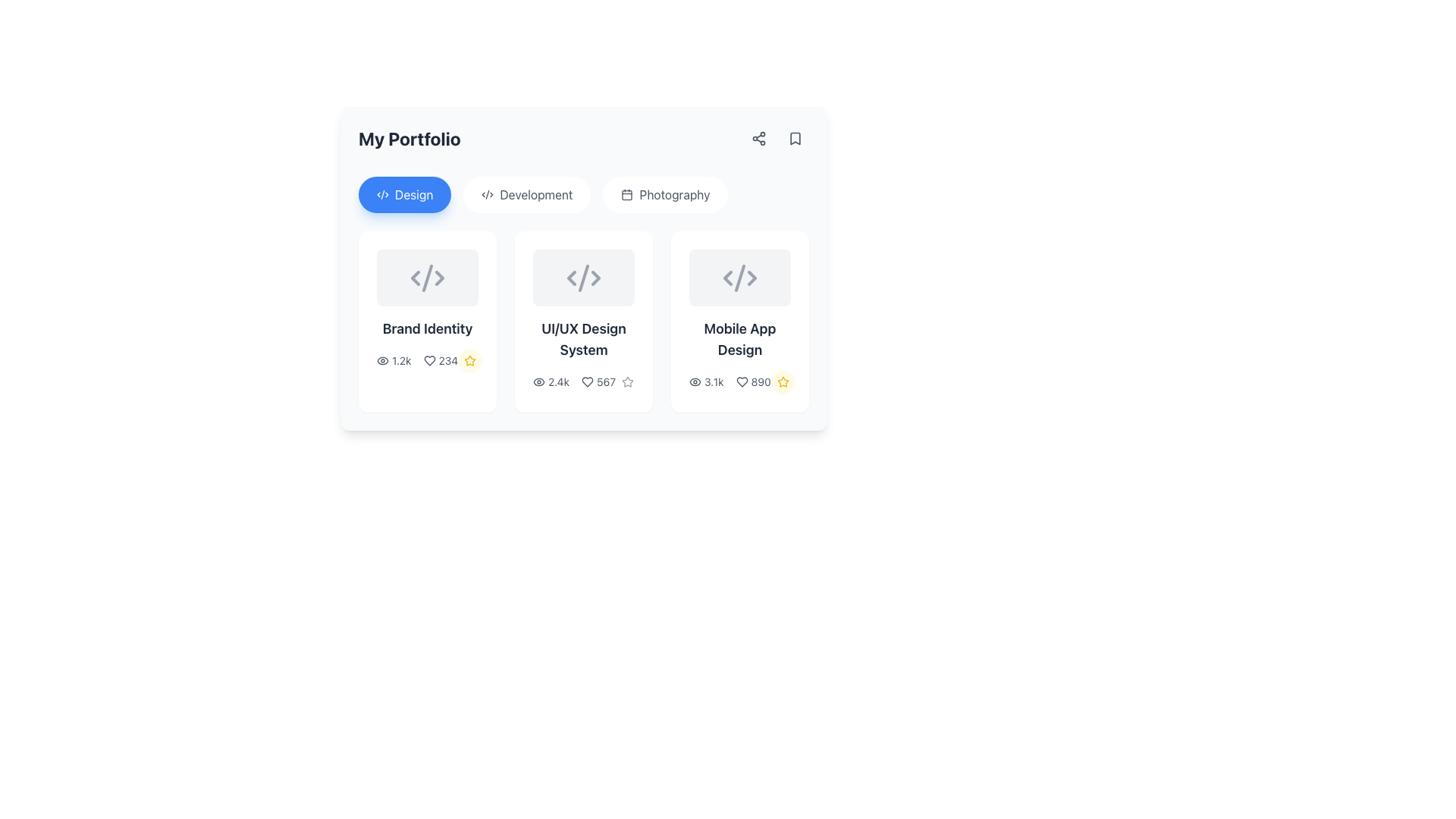 Image resolution: width=1456 pixels, height=819 pixels. What do you see at coordinates (705, 381) in the screenshot?
I see `the icon displaying '3.1k' views in the first item of the horizontally aligned row within the third card of the portfolio section labeled 'Mobile App Design'` at bounding box center [705, 381].